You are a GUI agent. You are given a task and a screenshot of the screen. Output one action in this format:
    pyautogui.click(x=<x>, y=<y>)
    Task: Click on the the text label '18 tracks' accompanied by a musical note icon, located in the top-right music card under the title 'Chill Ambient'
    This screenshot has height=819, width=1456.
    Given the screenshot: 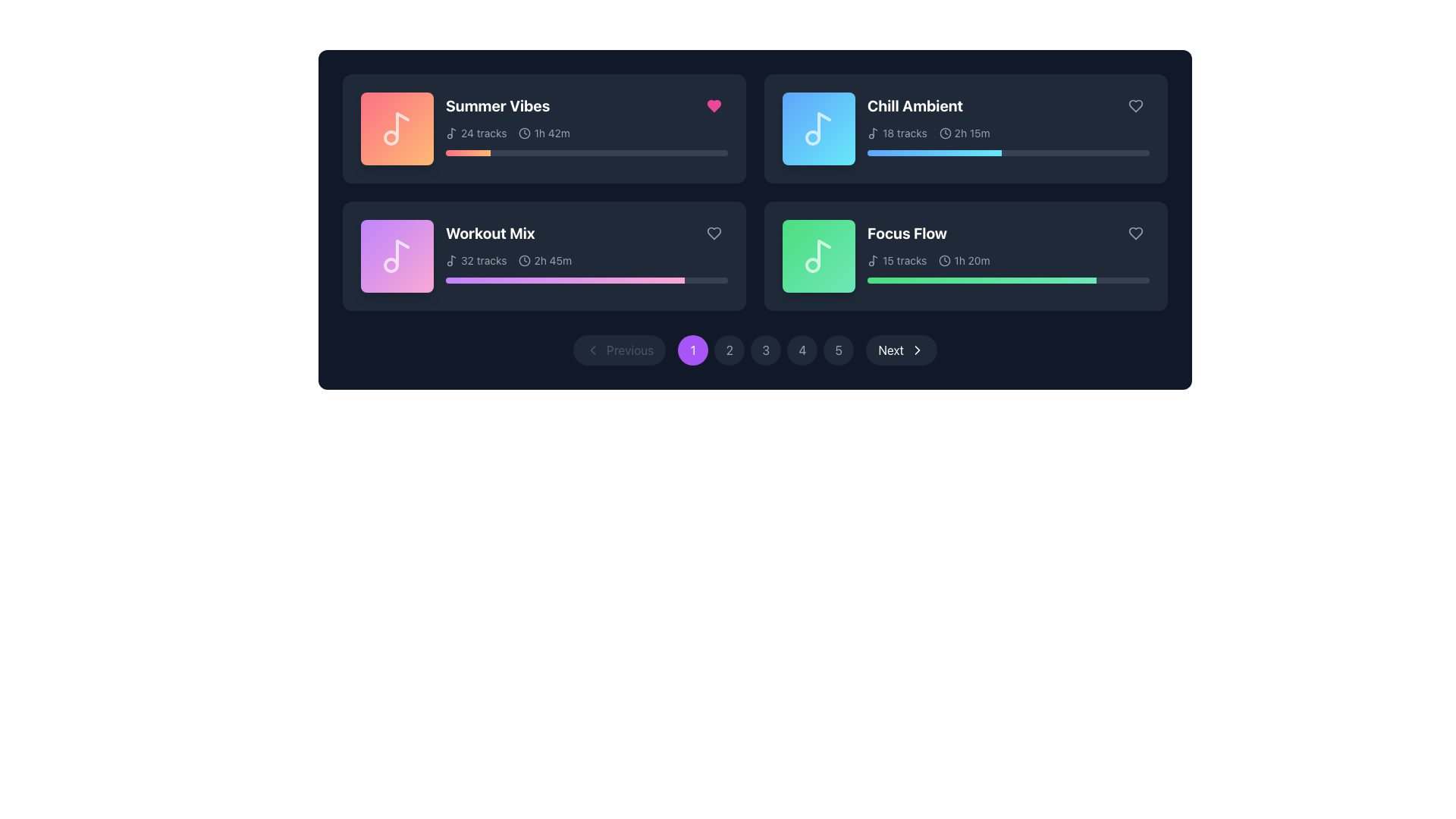 What is the action you would take?
    pyautogui.click(x=897, y=133)
    